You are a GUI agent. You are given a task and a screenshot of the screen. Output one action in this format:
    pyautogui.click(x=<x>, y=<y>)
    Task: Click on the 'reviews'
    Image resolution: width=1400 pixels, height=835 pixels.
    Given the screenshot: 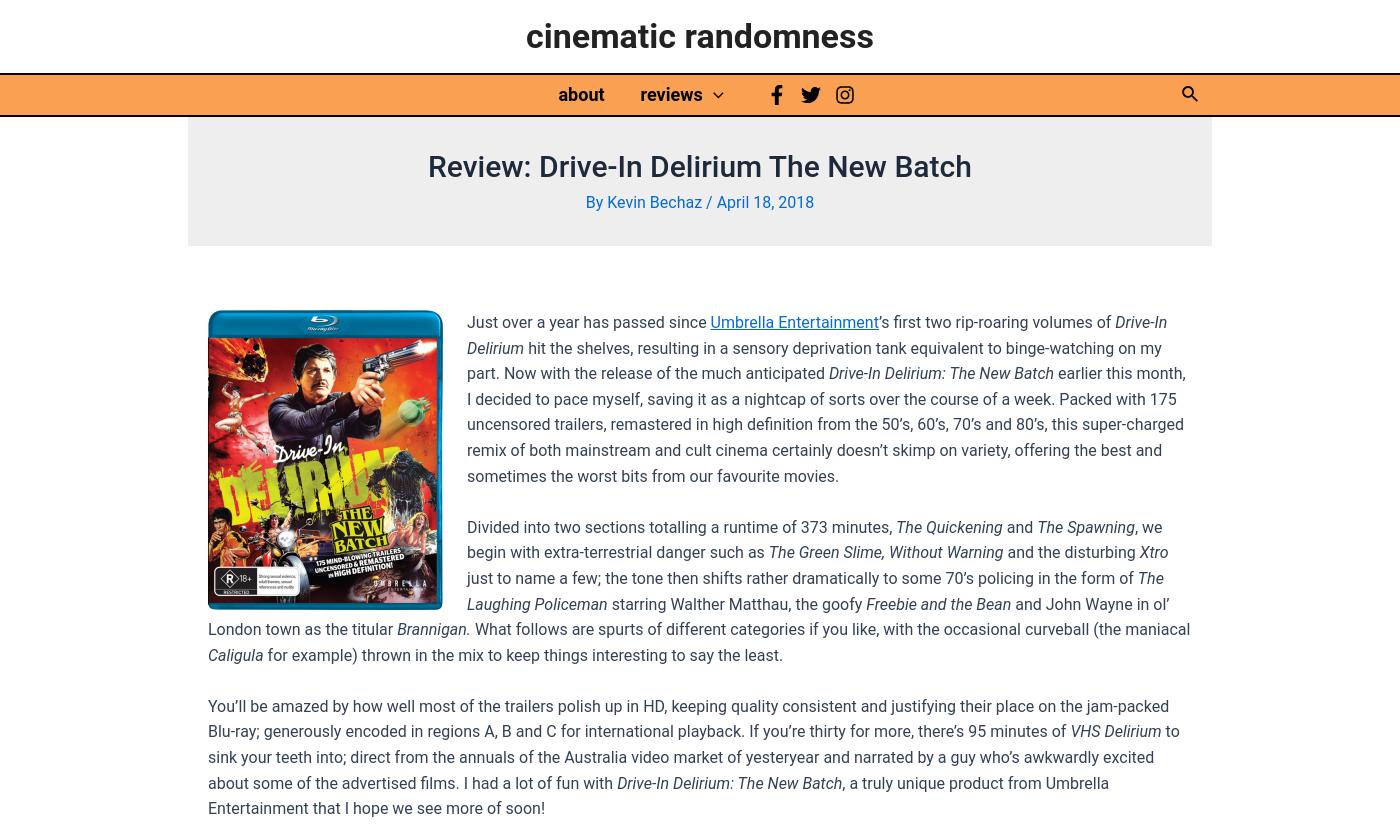 What is the action you would take?
    pyautogui.click(x=671, y=92)
    